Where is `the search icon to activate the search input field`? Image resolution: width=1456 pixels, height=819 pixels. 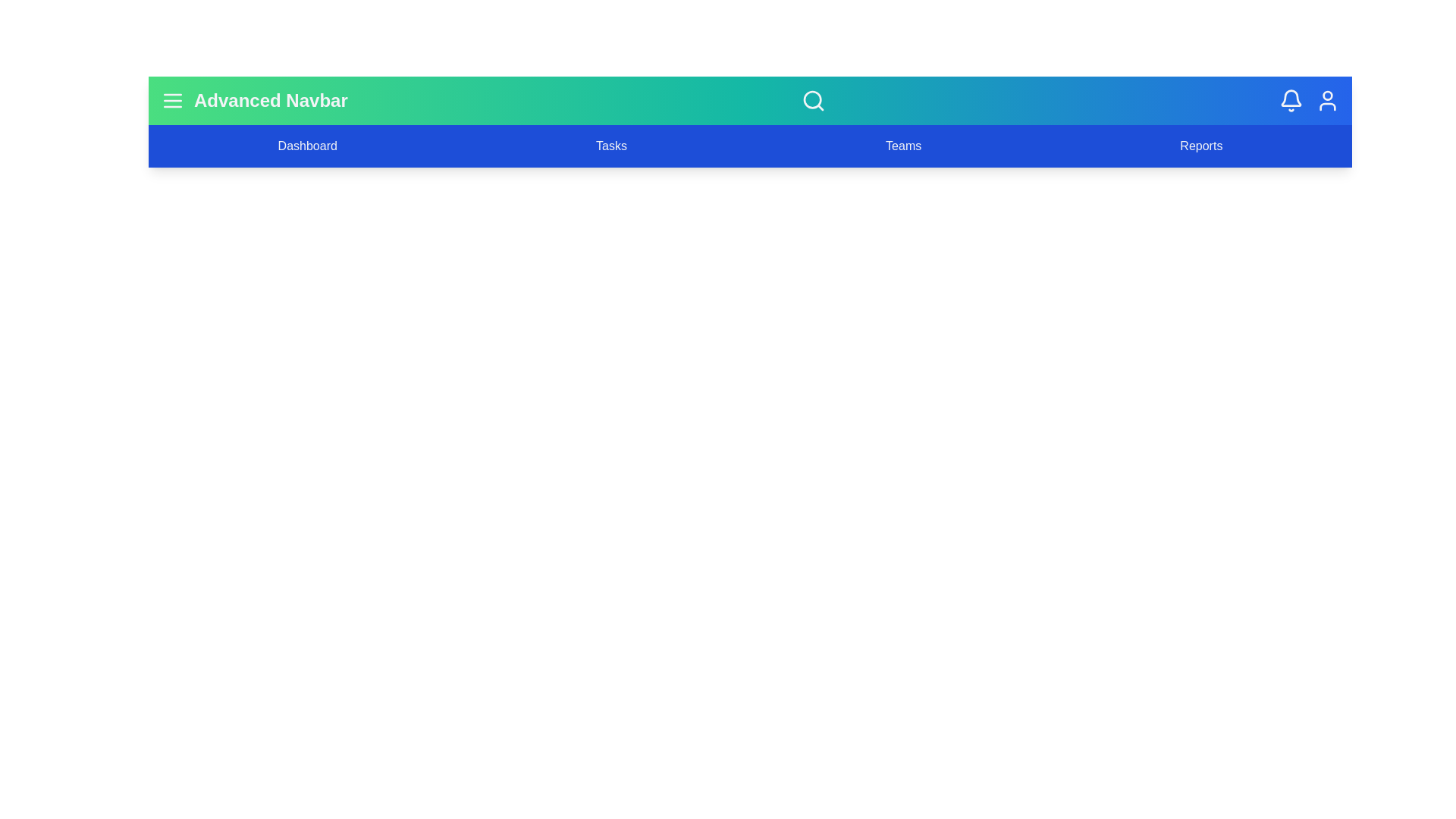 the search icon to activate the search input field is located at coordinates (812, 100).